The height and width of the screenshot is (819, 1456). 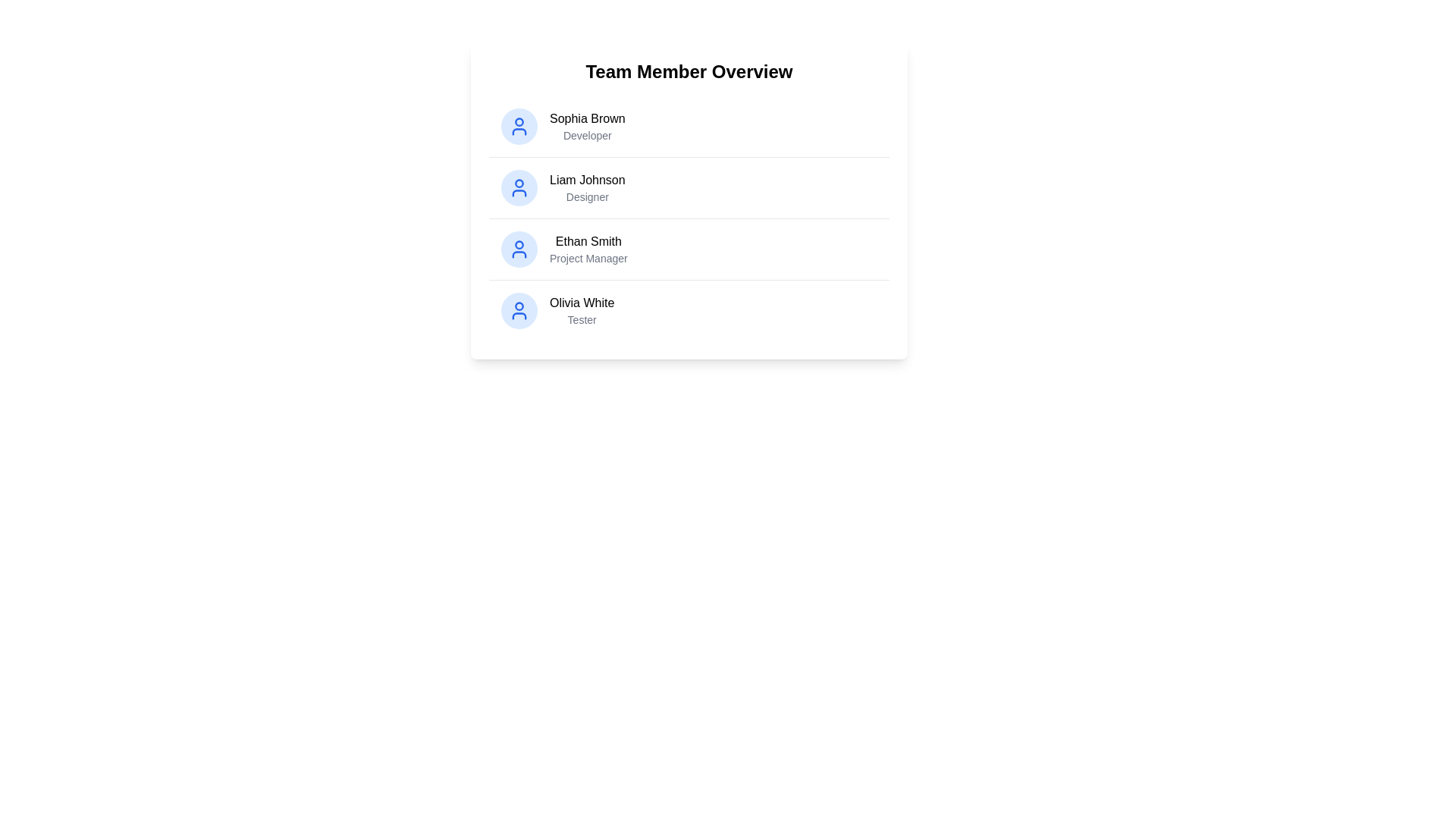 I want to click on the Text label indicating the job title of 'Sophia Brown', which is positioned directly below her name in the team member list interface, so click(x=586, y=134).